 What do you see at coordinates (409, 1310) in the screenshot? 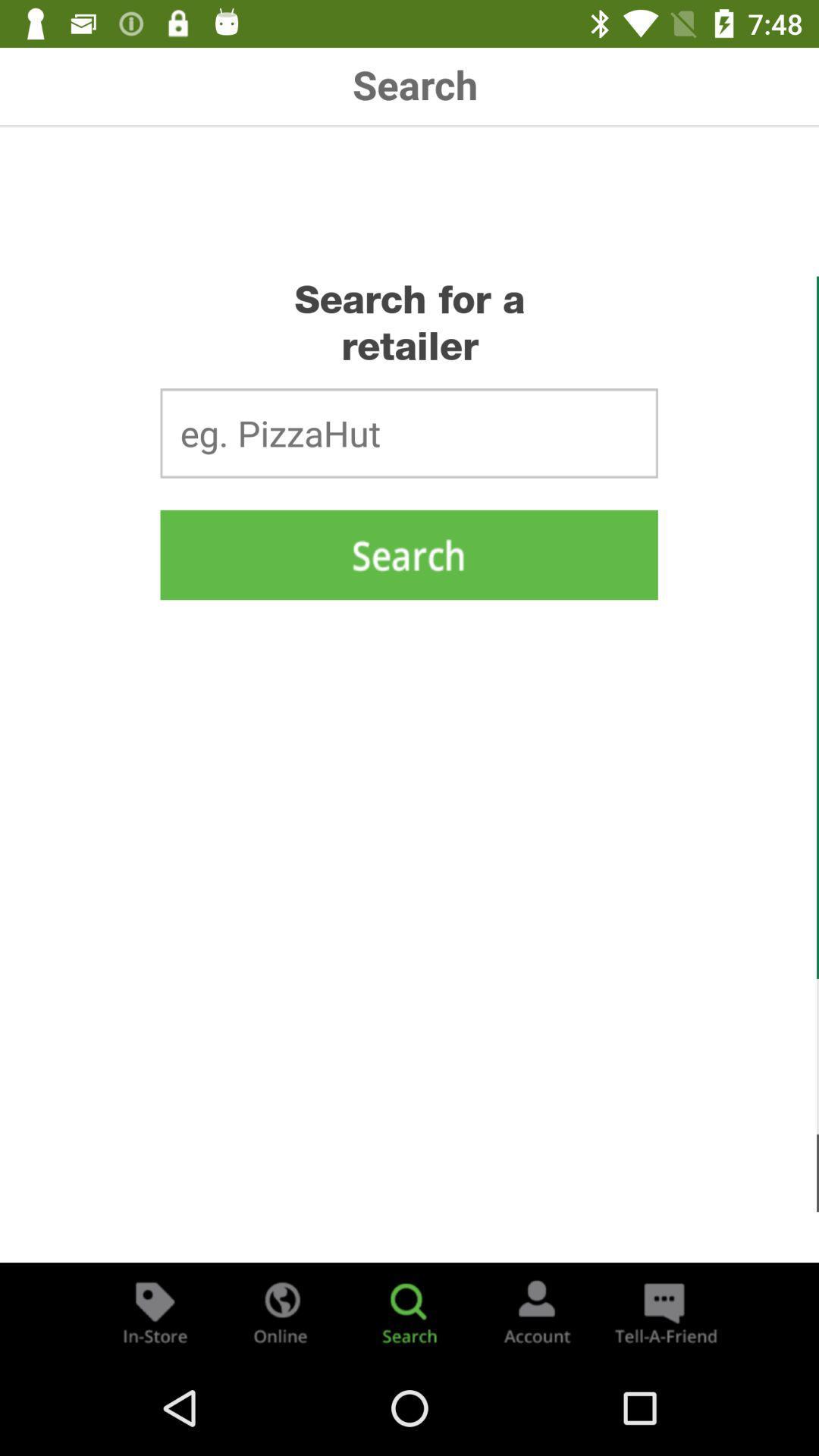
I see `search for retailer` at bounding box center [409, 1310].